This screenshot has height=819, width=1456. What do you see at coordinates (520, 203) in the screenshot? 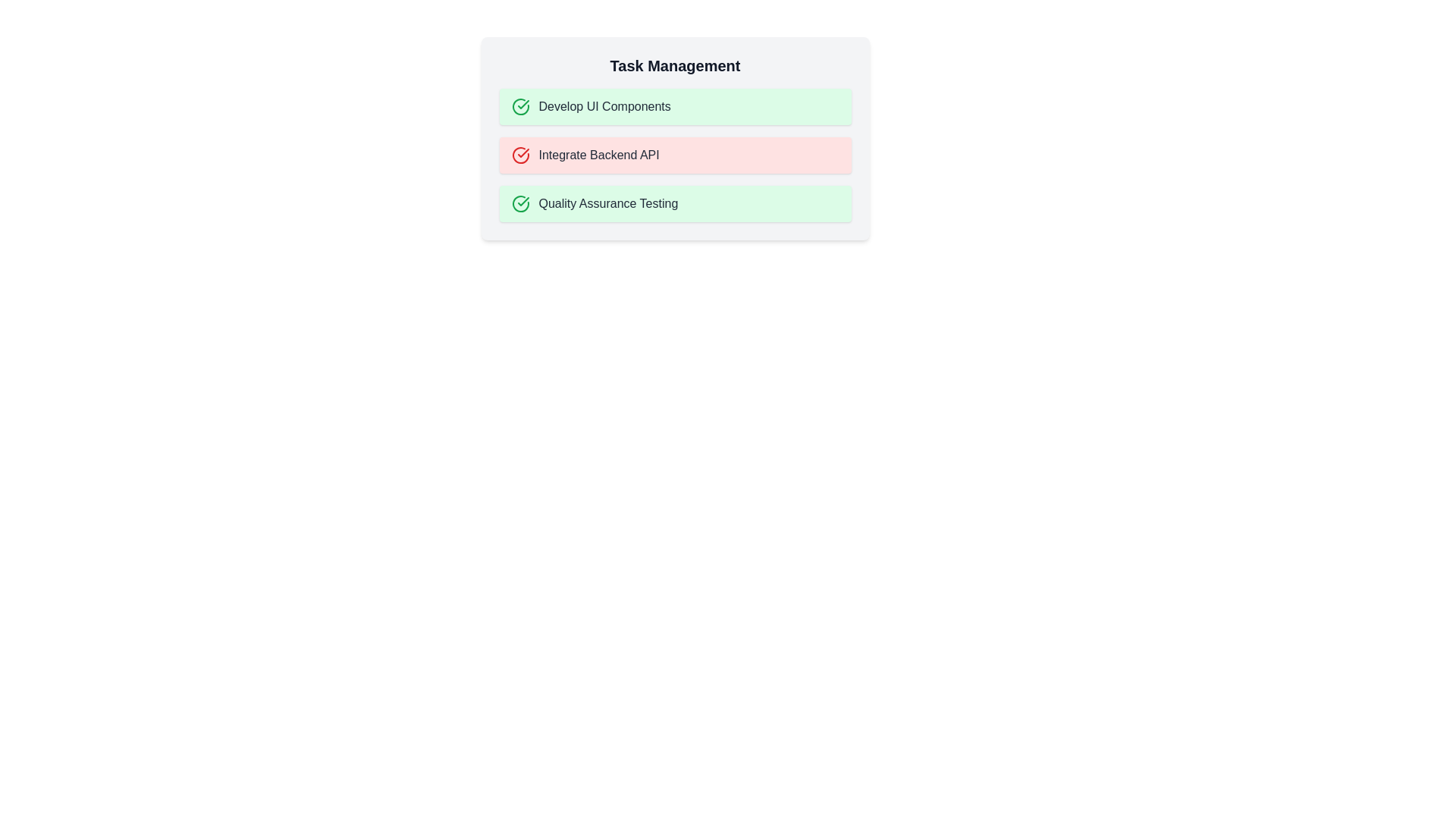
I see `the icon for task Quality Assurance Testing to toggle its status` at bounding box center [520, 203].